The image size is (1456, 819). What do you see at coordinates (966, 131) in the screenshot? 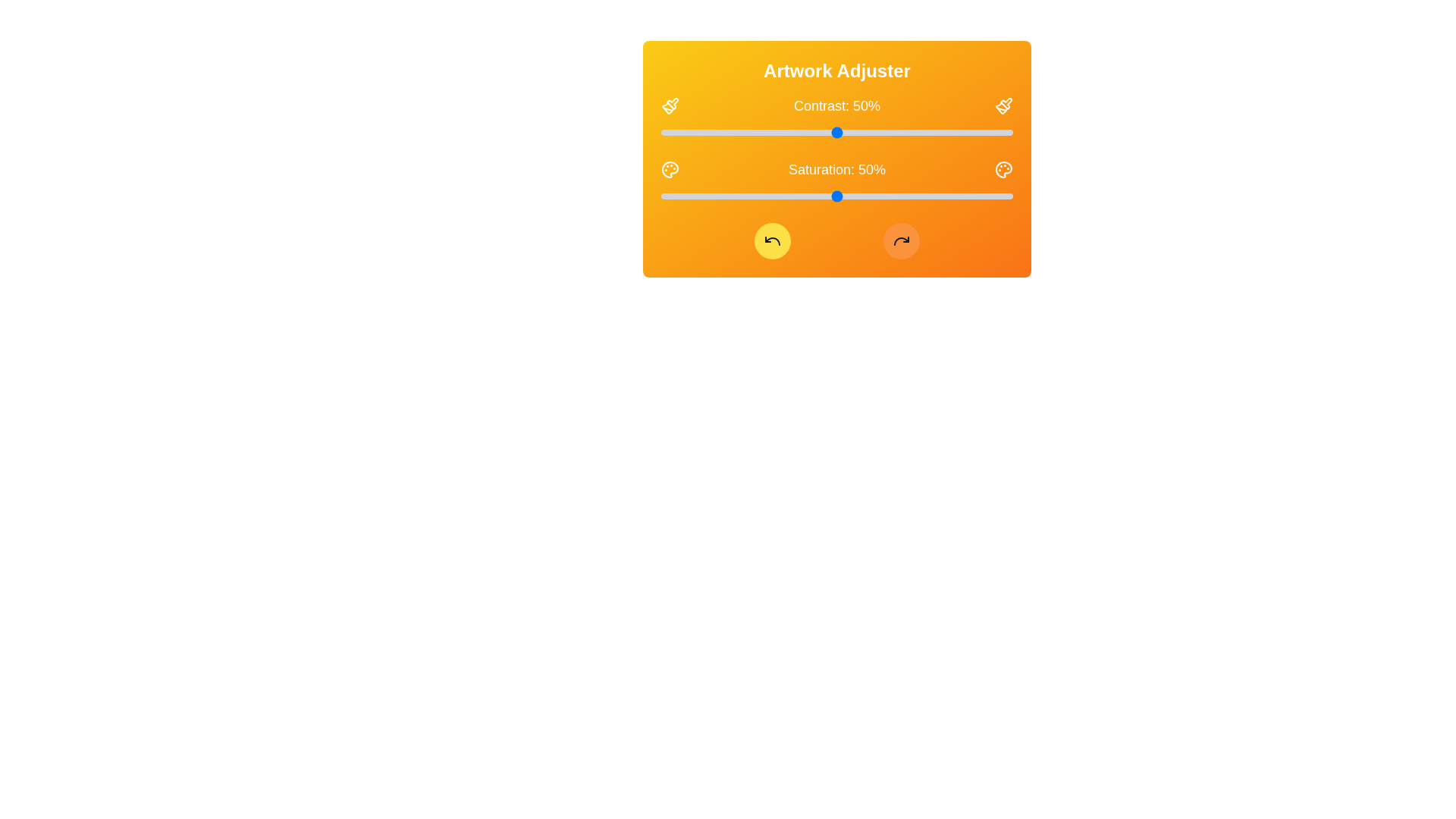
I see `the contrast slider to 87%` at bounding box center [966, 131].